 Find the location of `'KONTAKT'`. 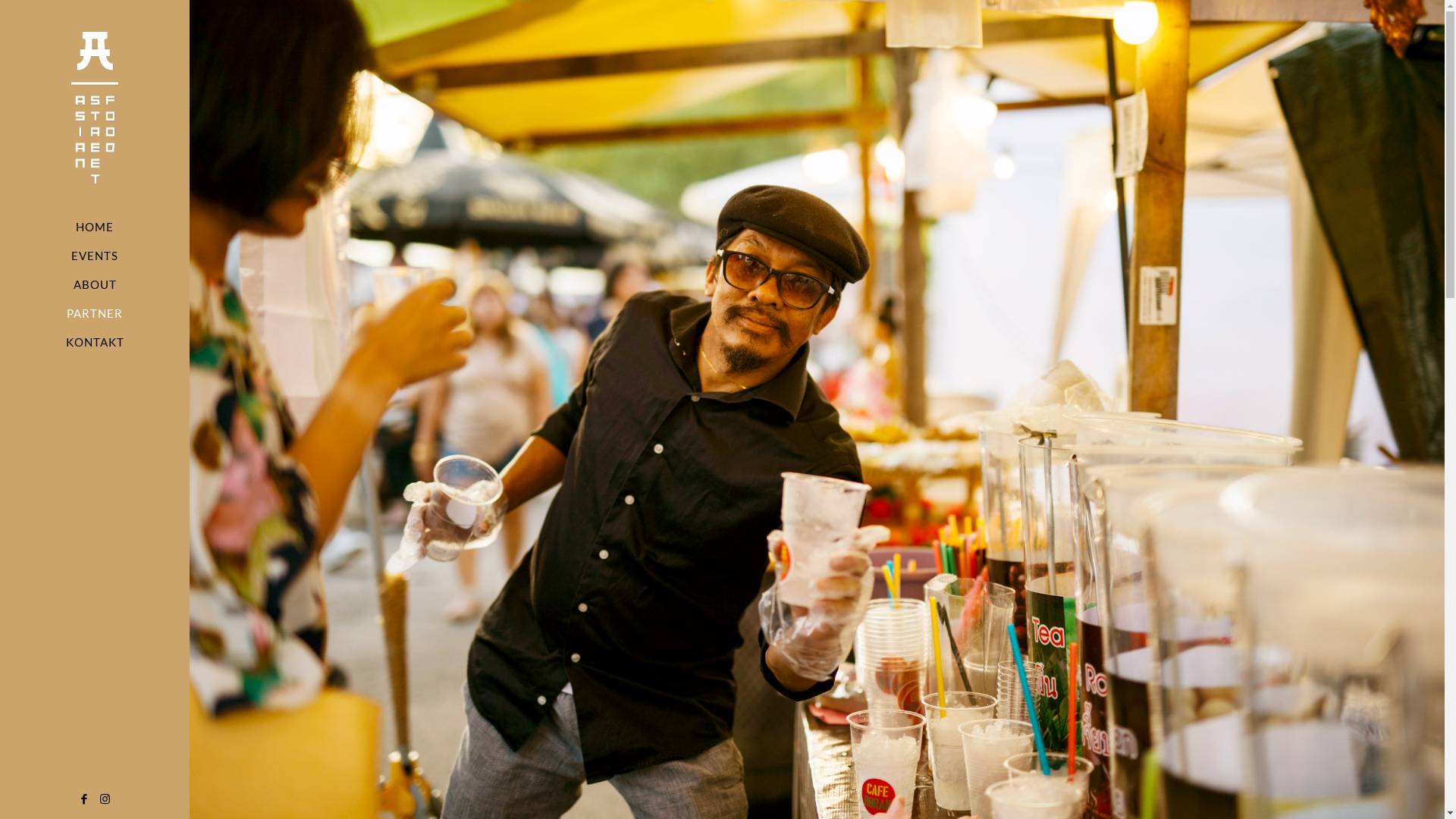

'KONTAKT' is located at coordinates (93, 342).